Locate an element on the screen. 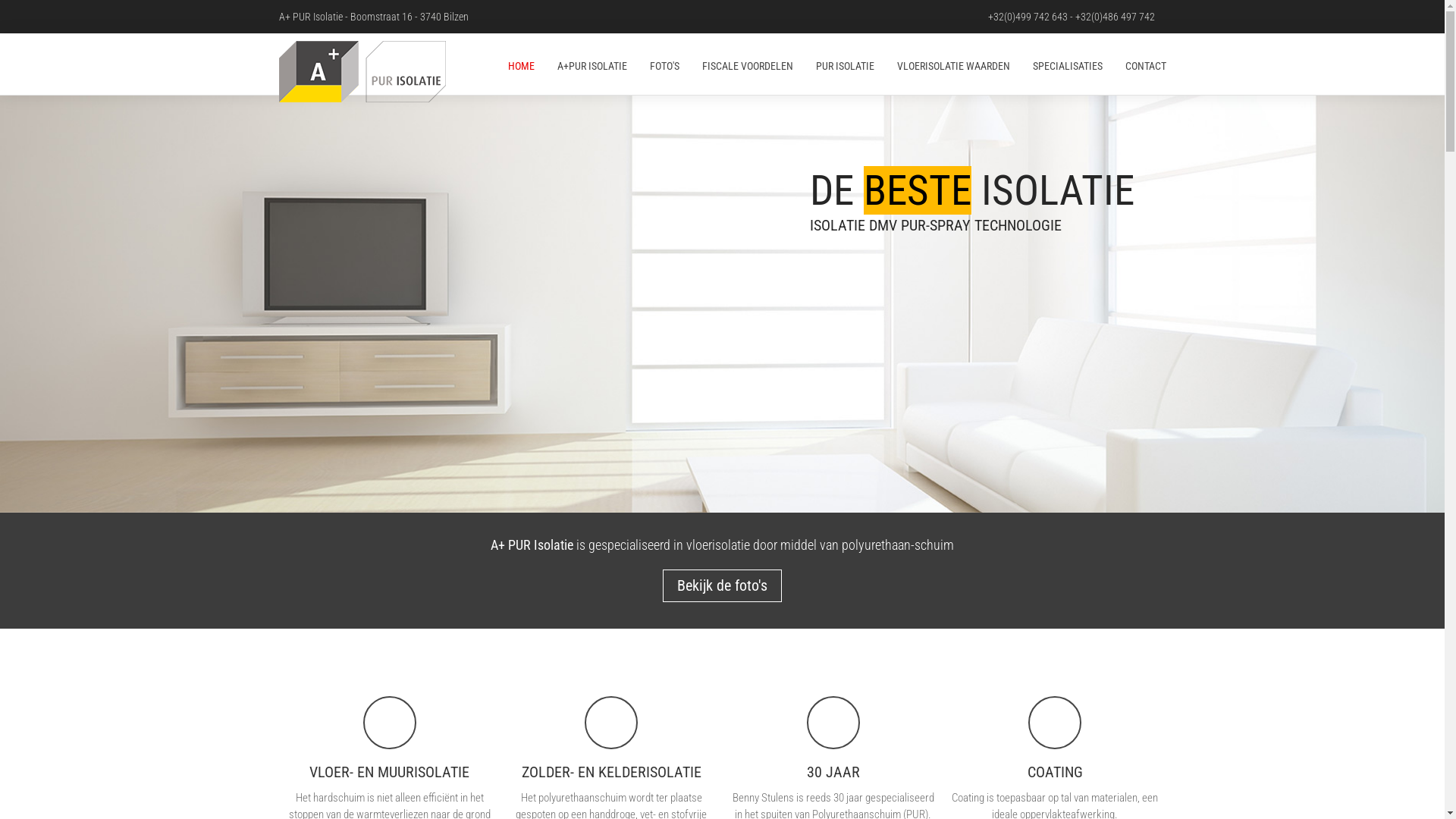 The height and width of the screenshot is (819, 1456). 'CONTACT' is located at coordinates (1139, 63).